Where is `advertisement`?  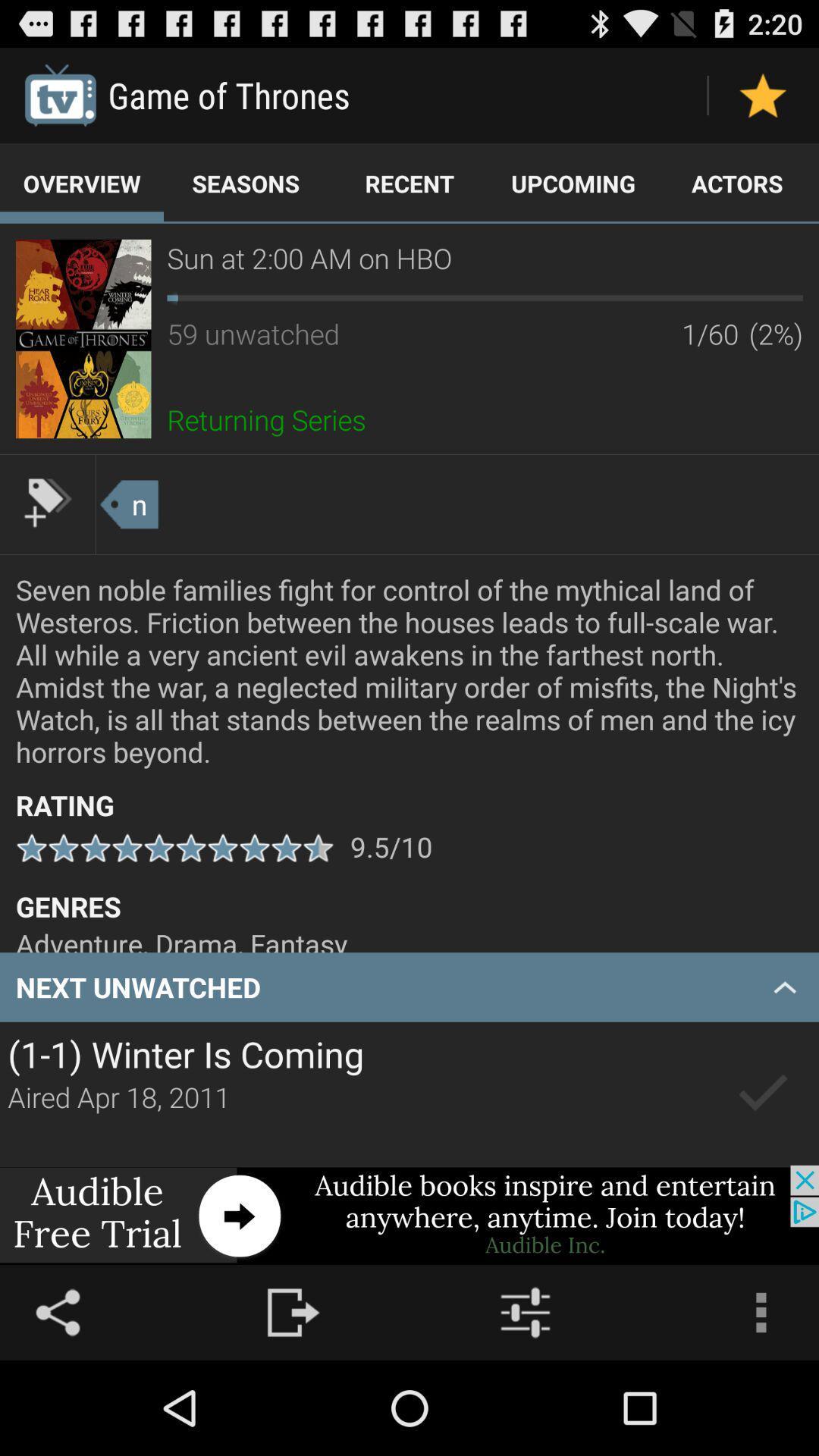
advertisement is located at coordinates (409, 1215).